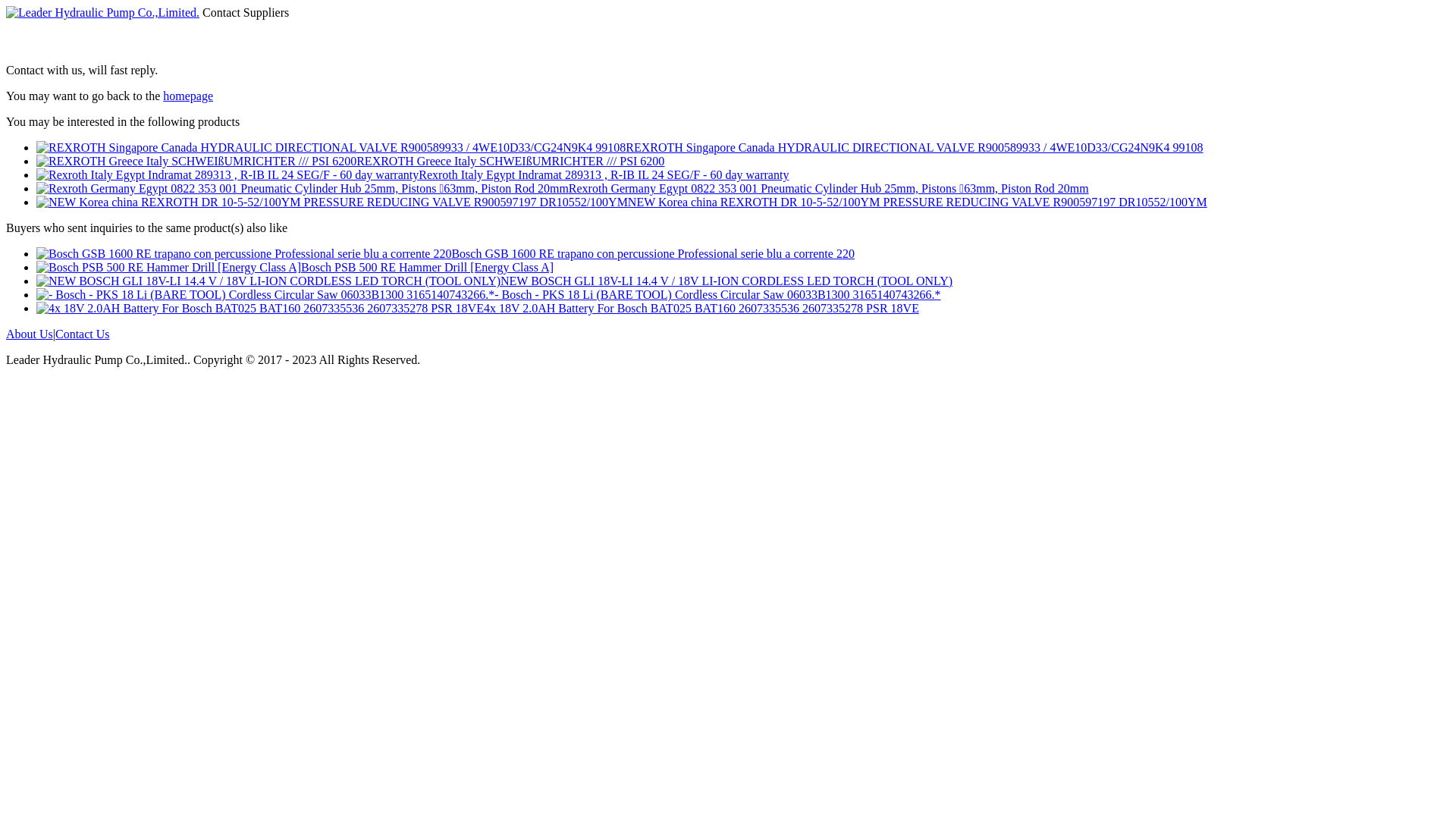 This screenshot has width=1456, height=819. Describe the element at coordinates (102, 12) in the screenshot. I see `'Leader Hydraulic Pump Co.,Limited.'` at that location.